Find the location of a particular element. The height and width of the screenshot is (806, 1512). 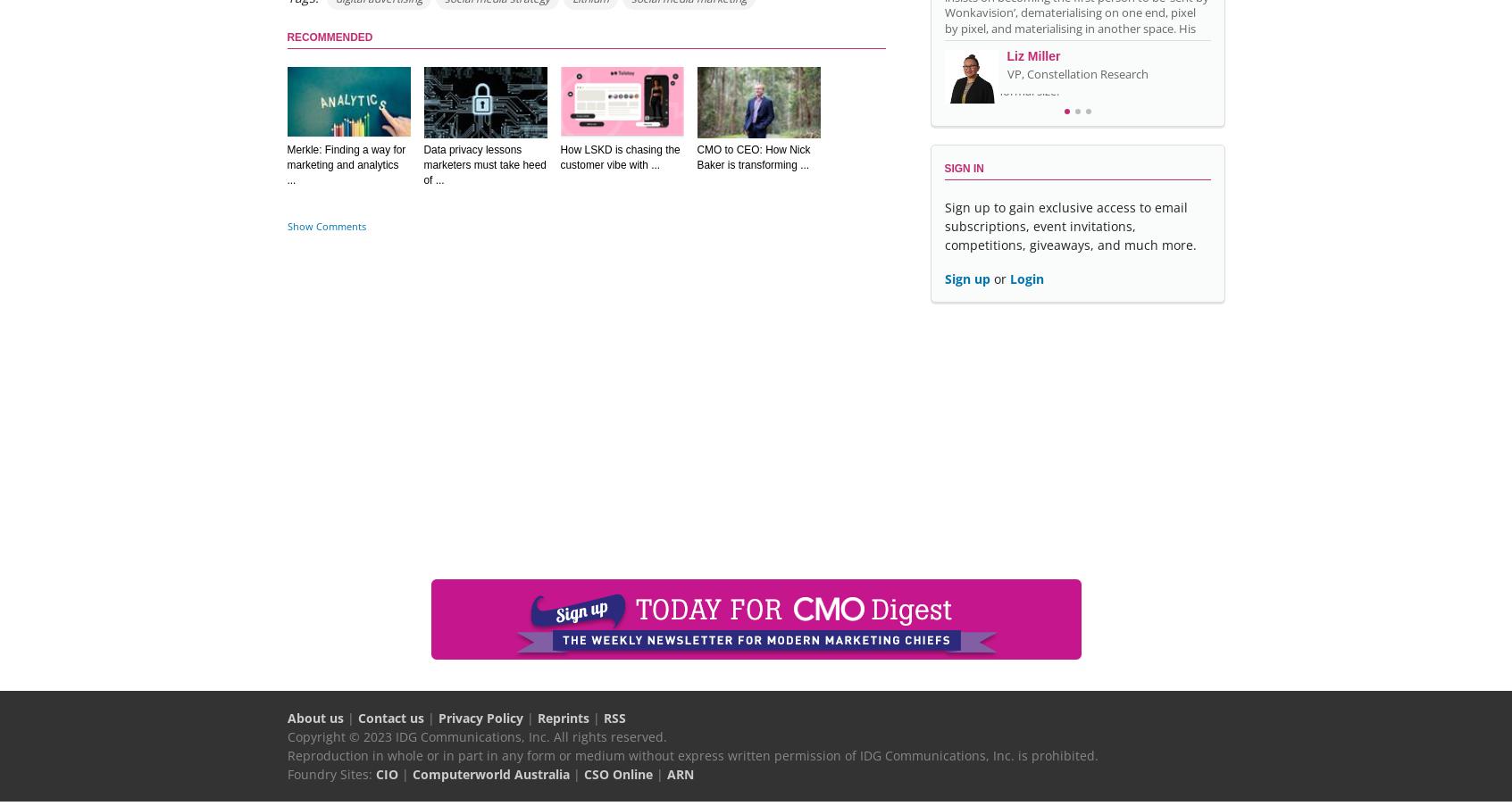

'Contact us' is located at coordinates (388, 717).